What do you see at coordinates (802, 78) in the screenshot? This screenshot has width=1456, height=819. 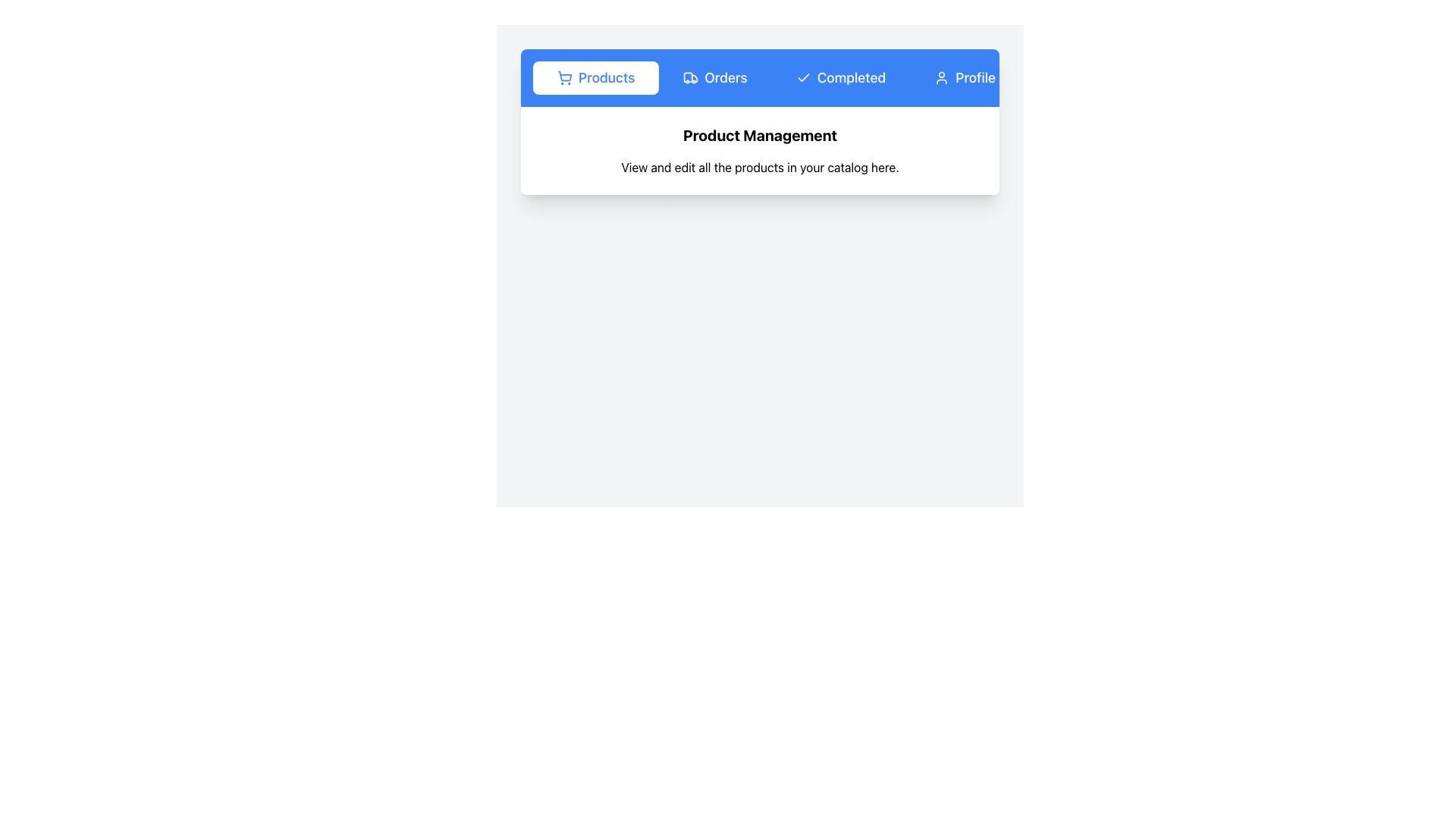 I see `the checkmark icon located in the navigation bar, which is positioned next to the 'Completed' label, to interact with the 'Completed' option` at bounding box center [802, 78].